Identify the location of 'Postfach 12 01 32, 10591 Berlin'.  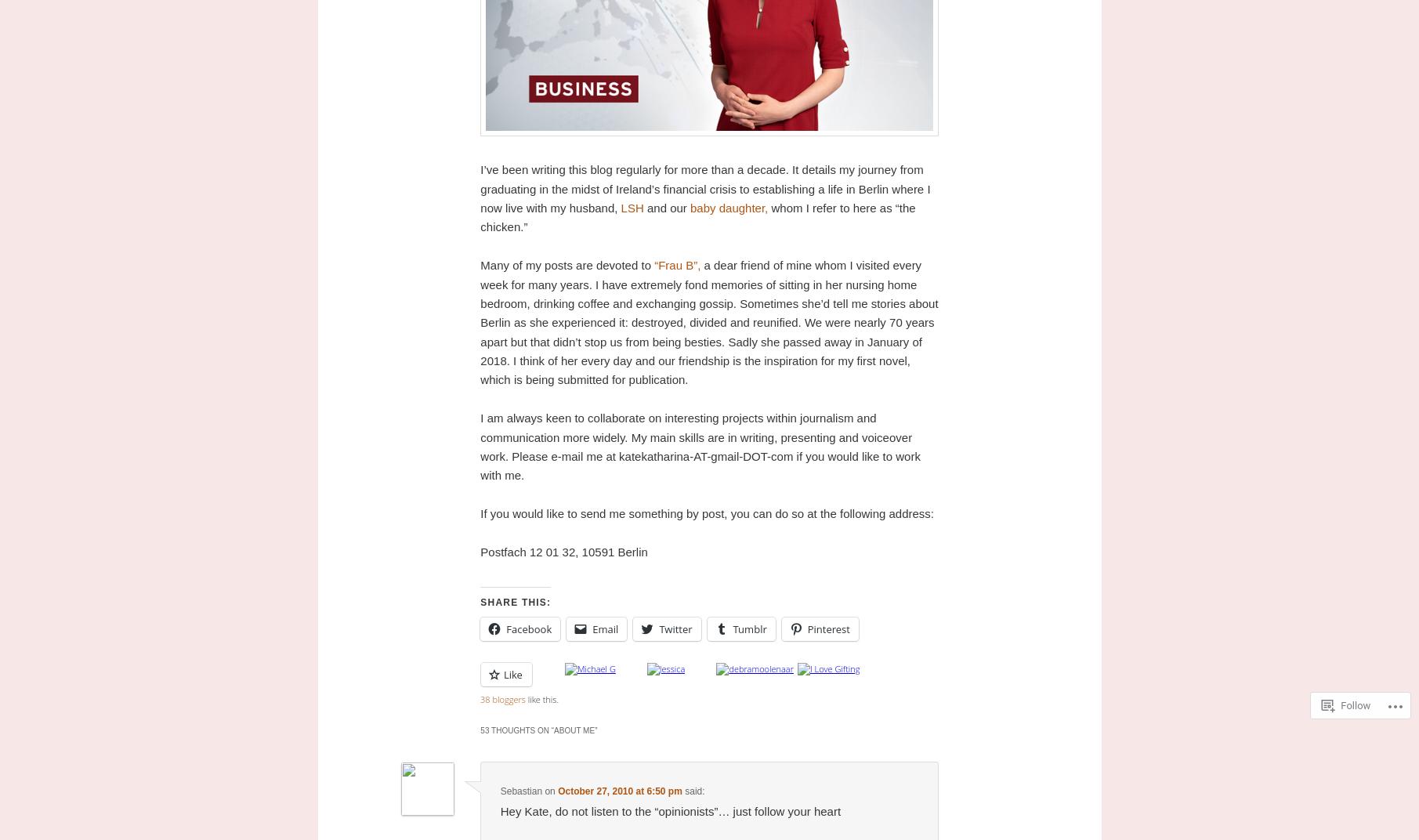
(563, 550).